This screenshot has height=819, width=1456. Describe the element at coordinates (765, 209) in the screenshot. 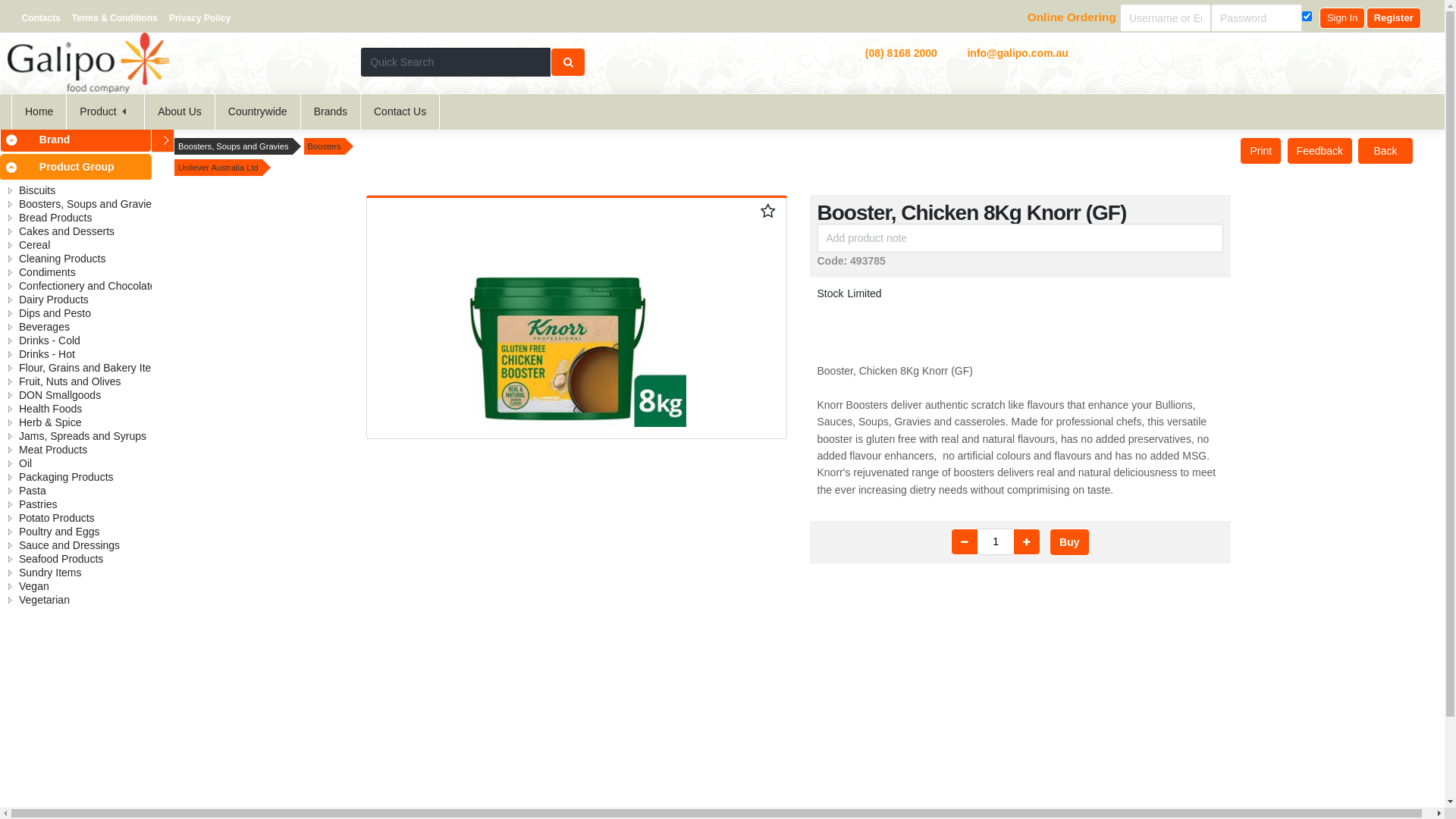

I see `'Click to add item to your favourites'` at that location.